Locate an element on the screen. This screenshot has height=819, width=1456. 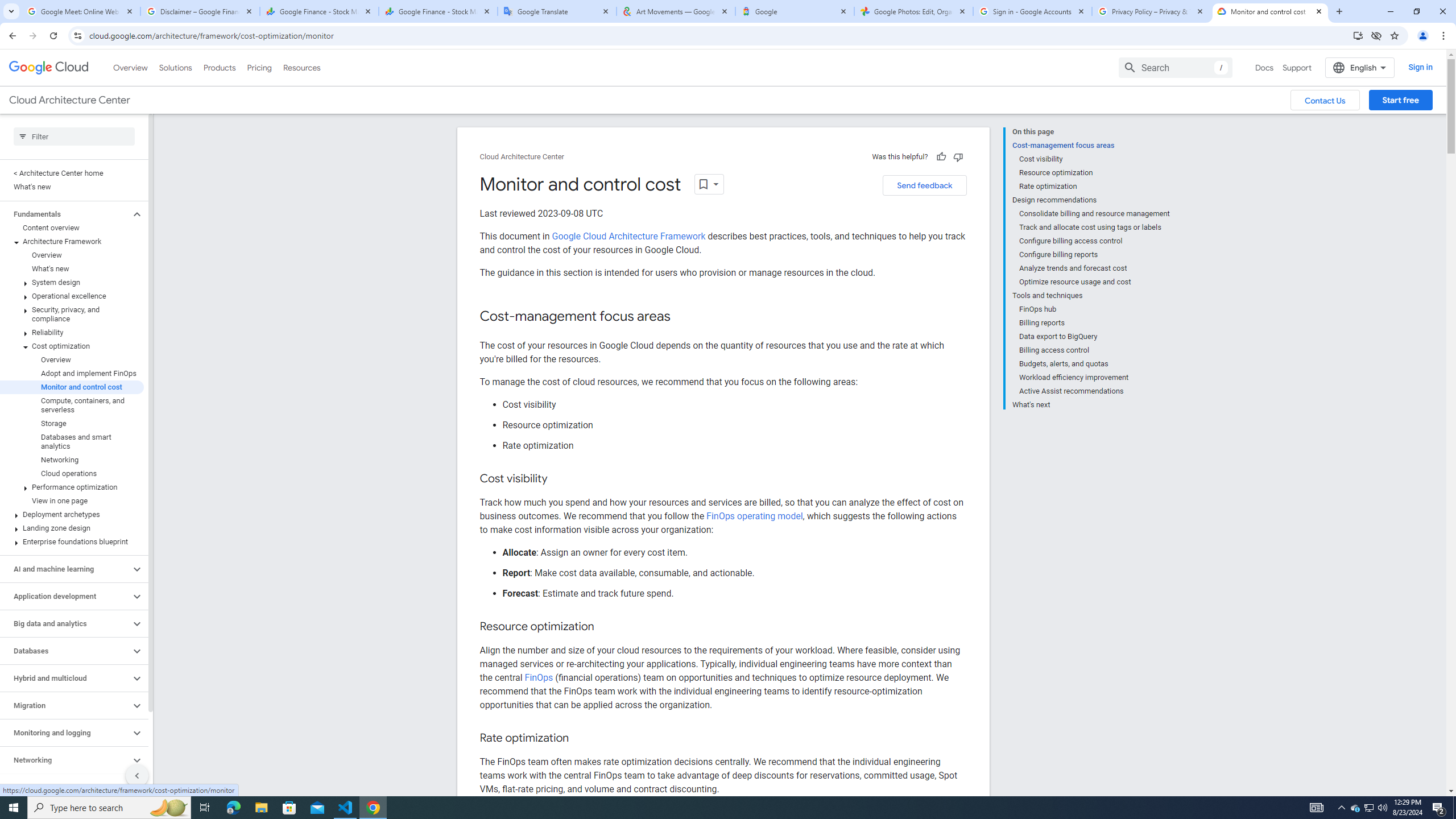
'Security, privacy, and compliance' is located at coordinates (72, 313).